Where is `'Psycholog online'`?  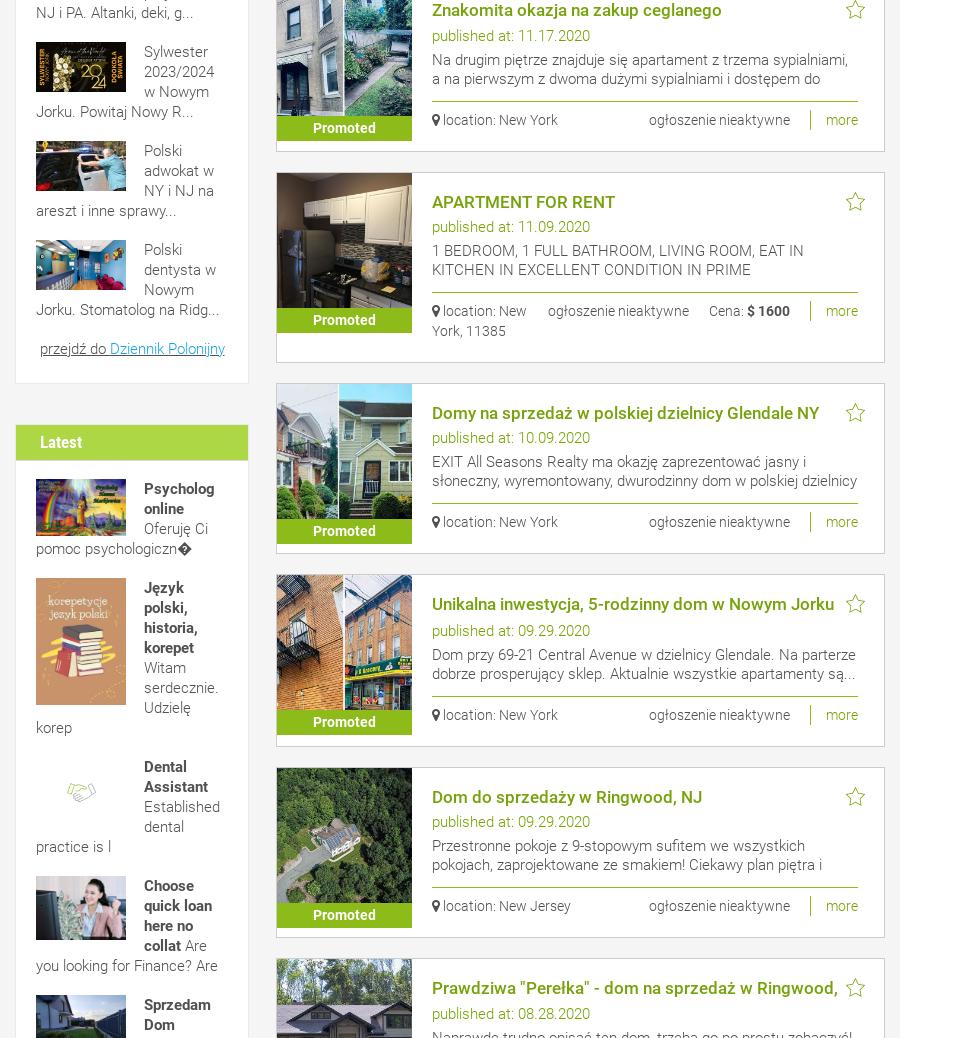
'Psycholog online' is located at coordinates (179, 498).